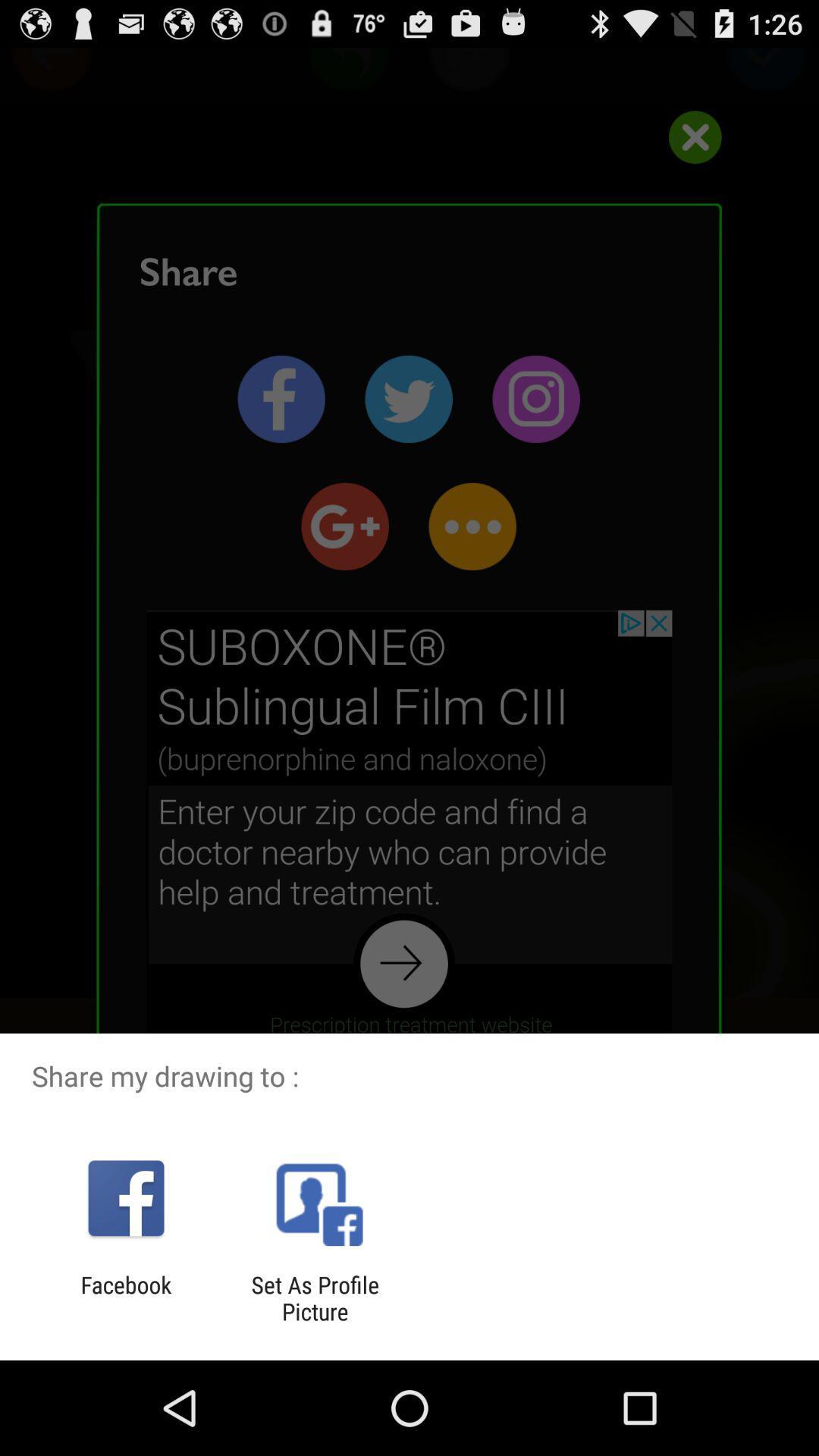 The width and height of the screenshot is (819, 1456). I want to click on the icon to the right of the facebook item, so click(314, 1298).